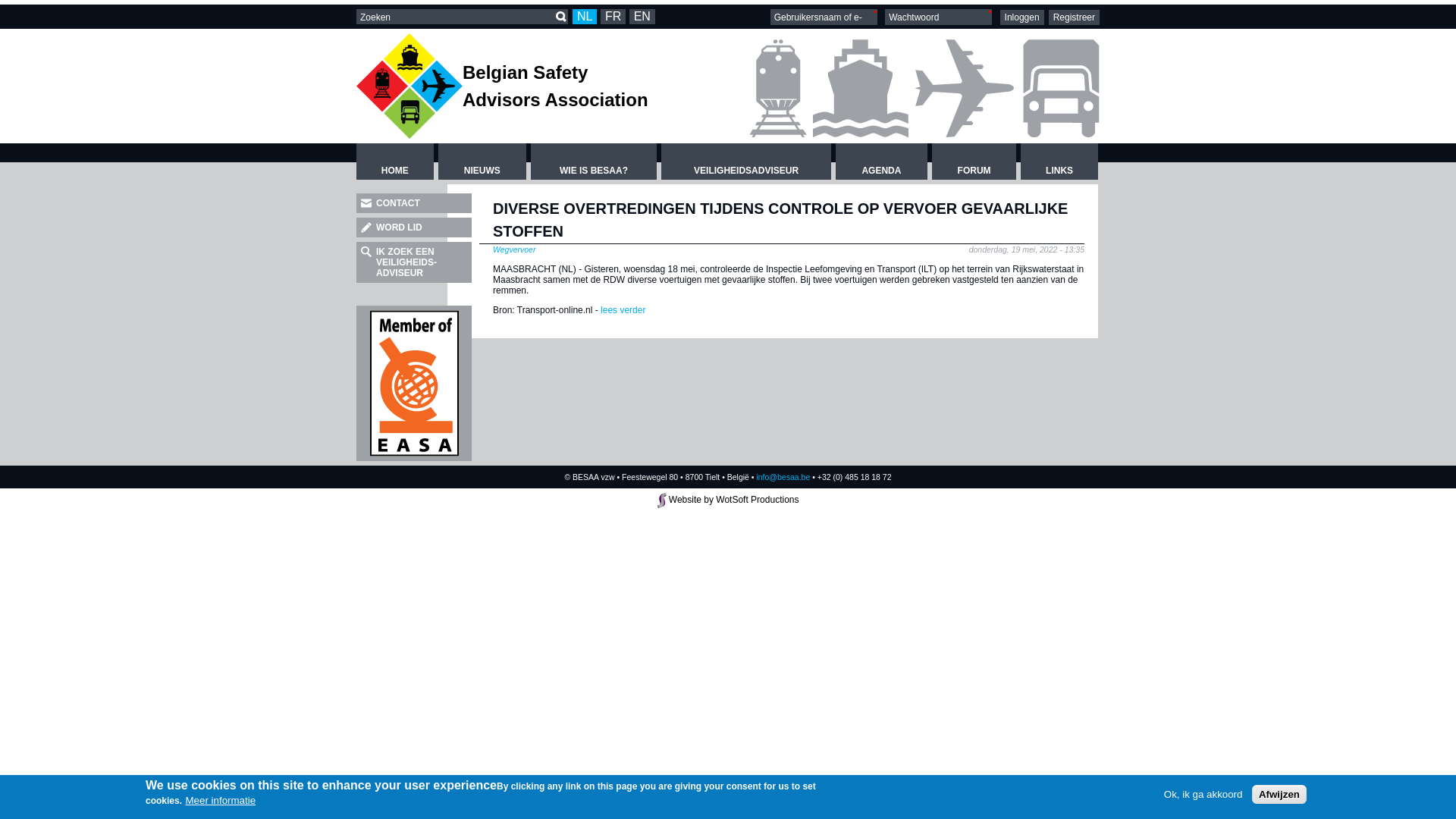  I want to click on 'lees verder', so click(597, 309).